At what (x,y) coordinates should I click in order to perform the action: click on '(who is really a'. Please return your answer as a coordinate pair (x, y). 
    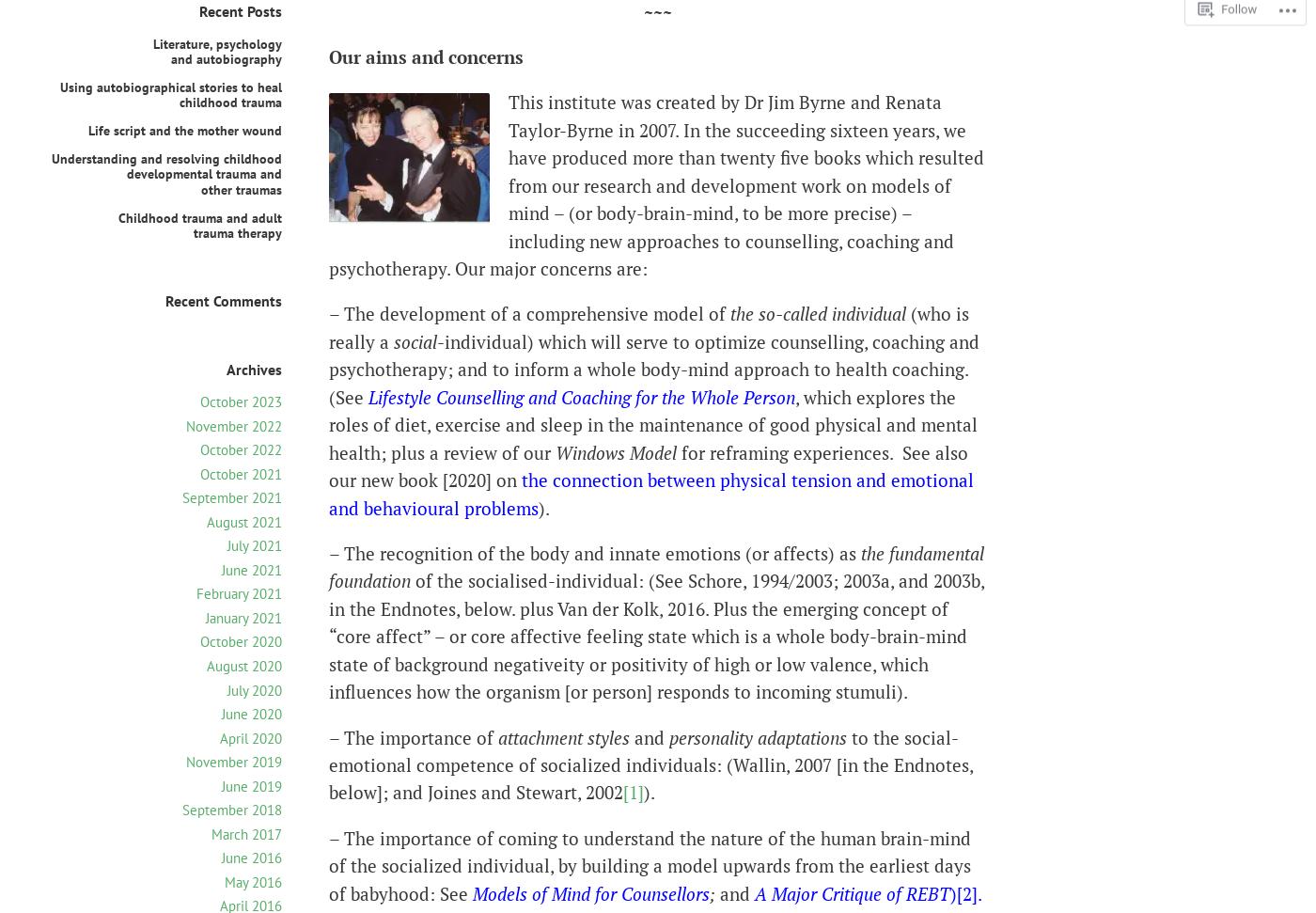
    Looking at the image, I should click on (649, 327).